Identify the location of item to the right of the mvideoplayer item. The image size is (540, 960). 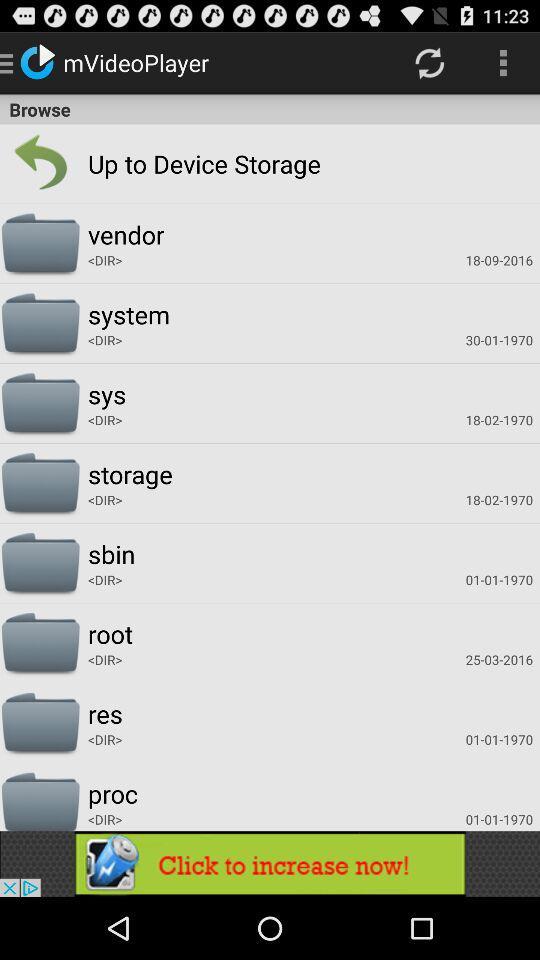
(428, 62).